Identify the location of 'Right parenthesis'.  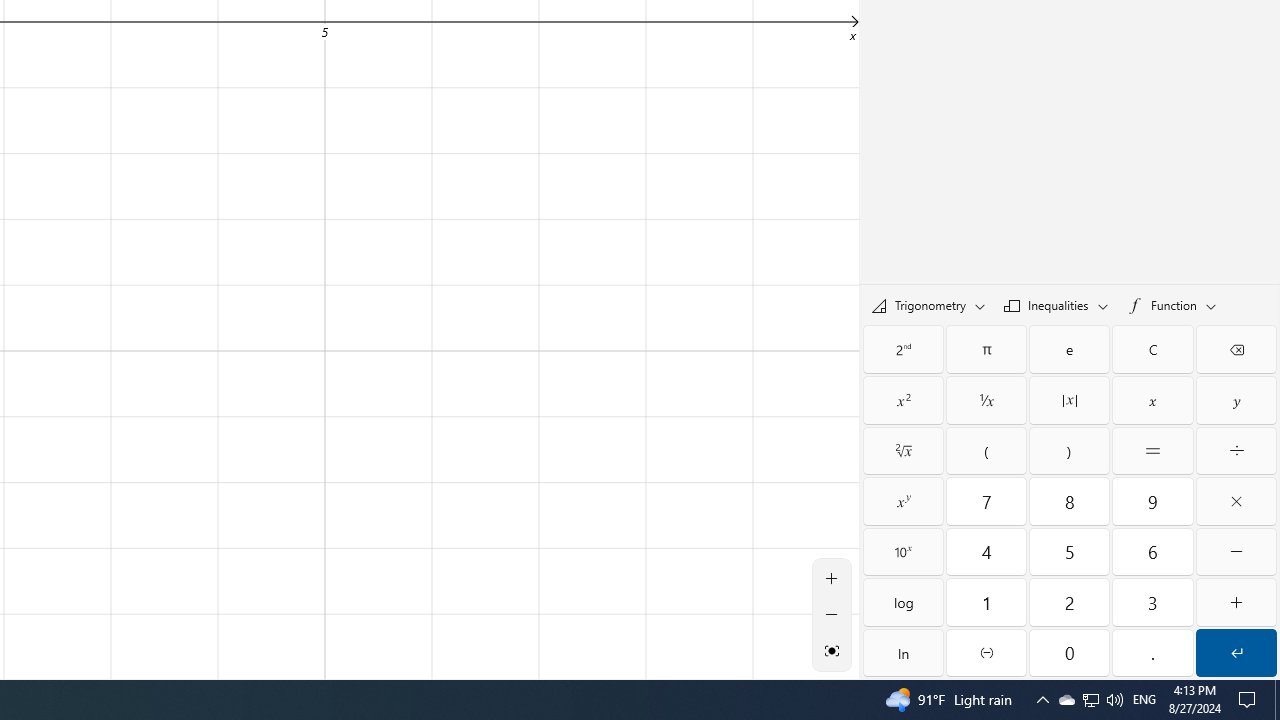
(1068, 451).